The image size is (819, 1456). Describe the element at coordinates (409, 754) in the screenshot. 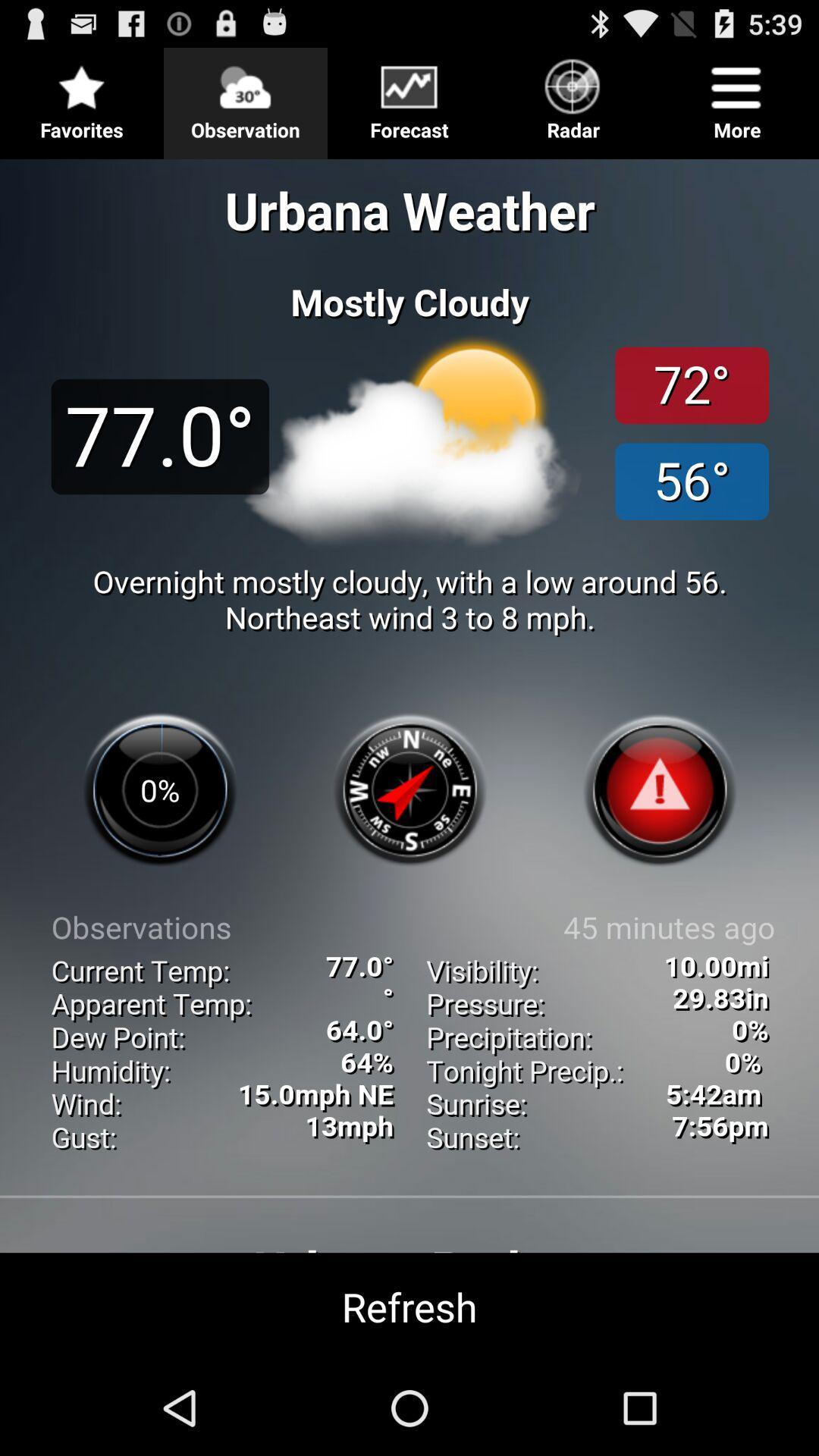

I see `view more exact info` at that location.